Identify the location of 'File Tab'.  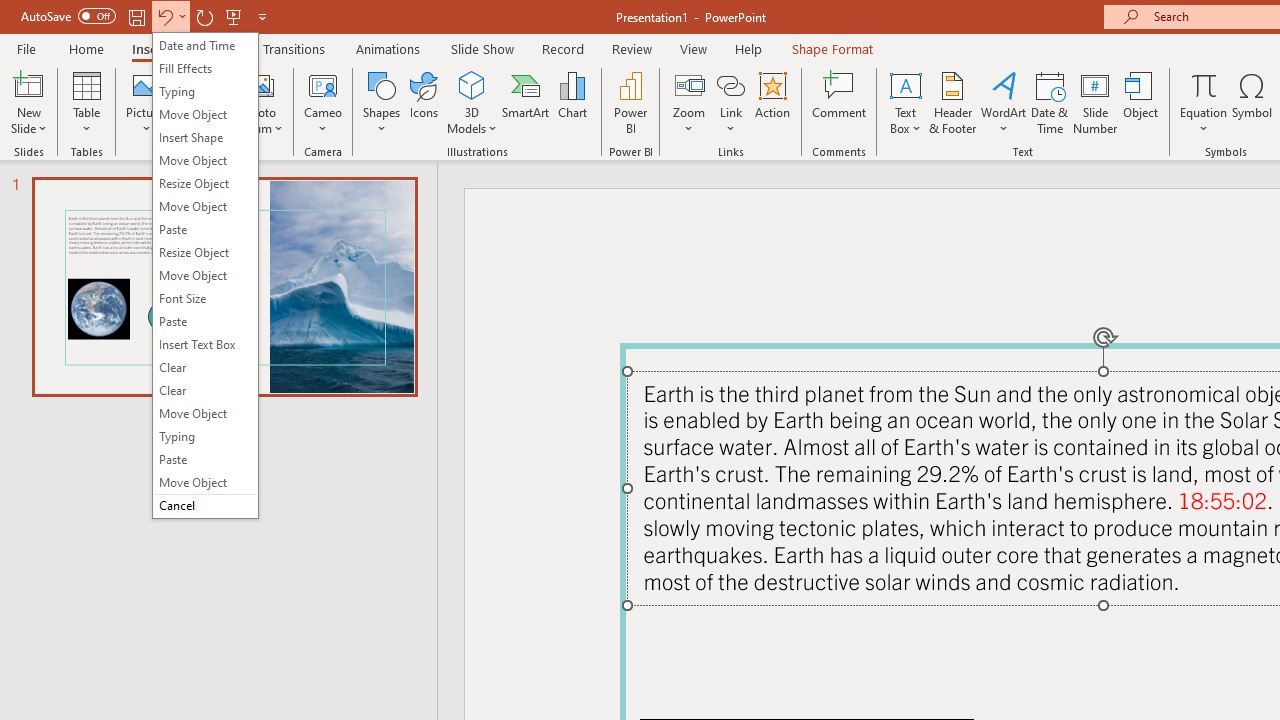
(26, 47).